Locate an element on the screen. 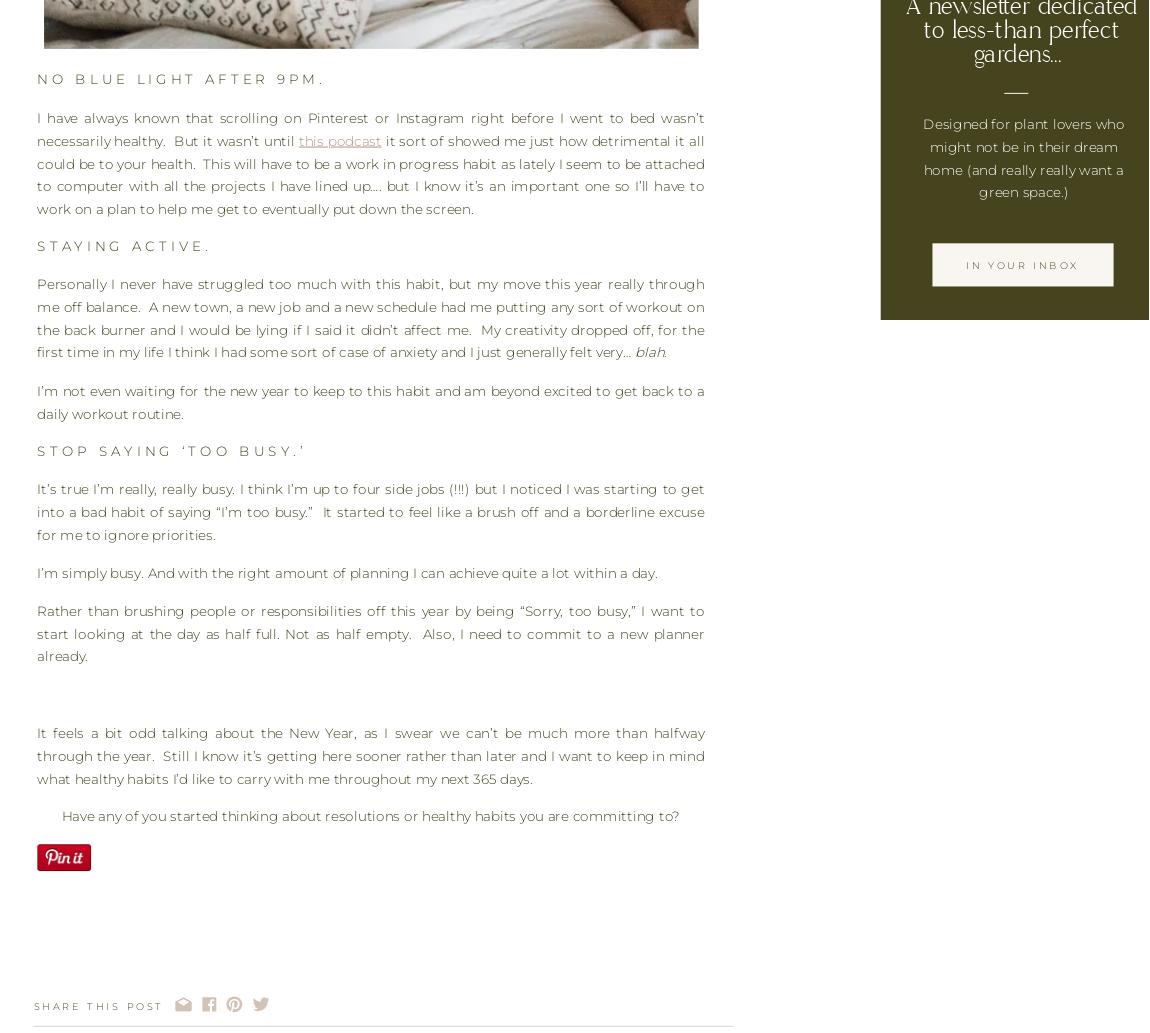 The width and height of the screenshot is (1150, 1033). 'it sort of showed me just how detrimental it all could be to your health.  This will have to be a work in progress habit as lately I seem to be attached to computer with all the projects I have lined up…. but I know it’s an important one so I’ll have to work on a plan to help me get to eventually put down the screen.' is located at coordinates (36, 173).